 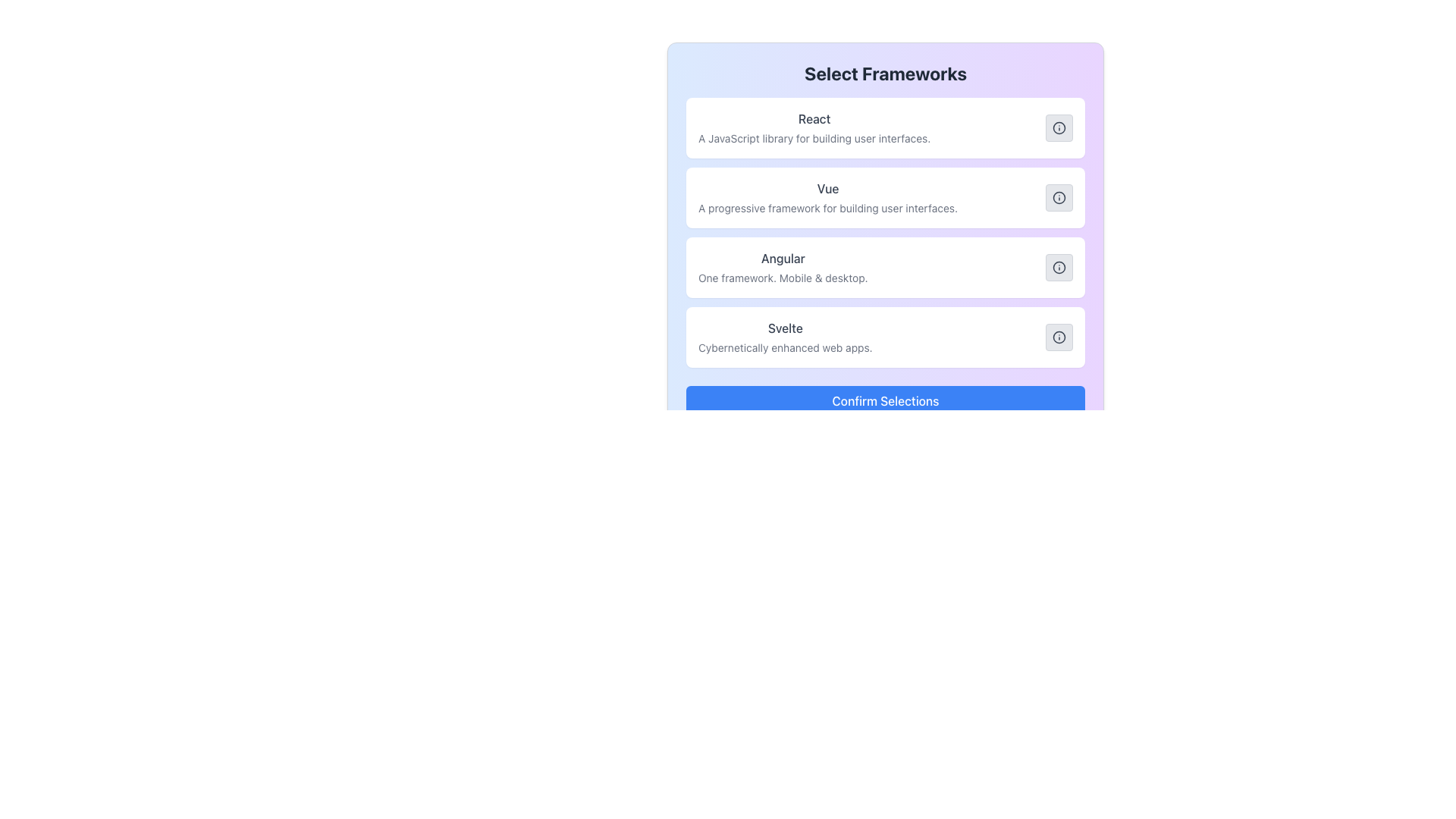 What do you see at coordinates (1058, 267) in the screenshot?
I see `the icon button located at the far-right end of the row associated with the 'Angular' framework description in the 'Select Frameworks' interface` at bounding box center [1058, 267].